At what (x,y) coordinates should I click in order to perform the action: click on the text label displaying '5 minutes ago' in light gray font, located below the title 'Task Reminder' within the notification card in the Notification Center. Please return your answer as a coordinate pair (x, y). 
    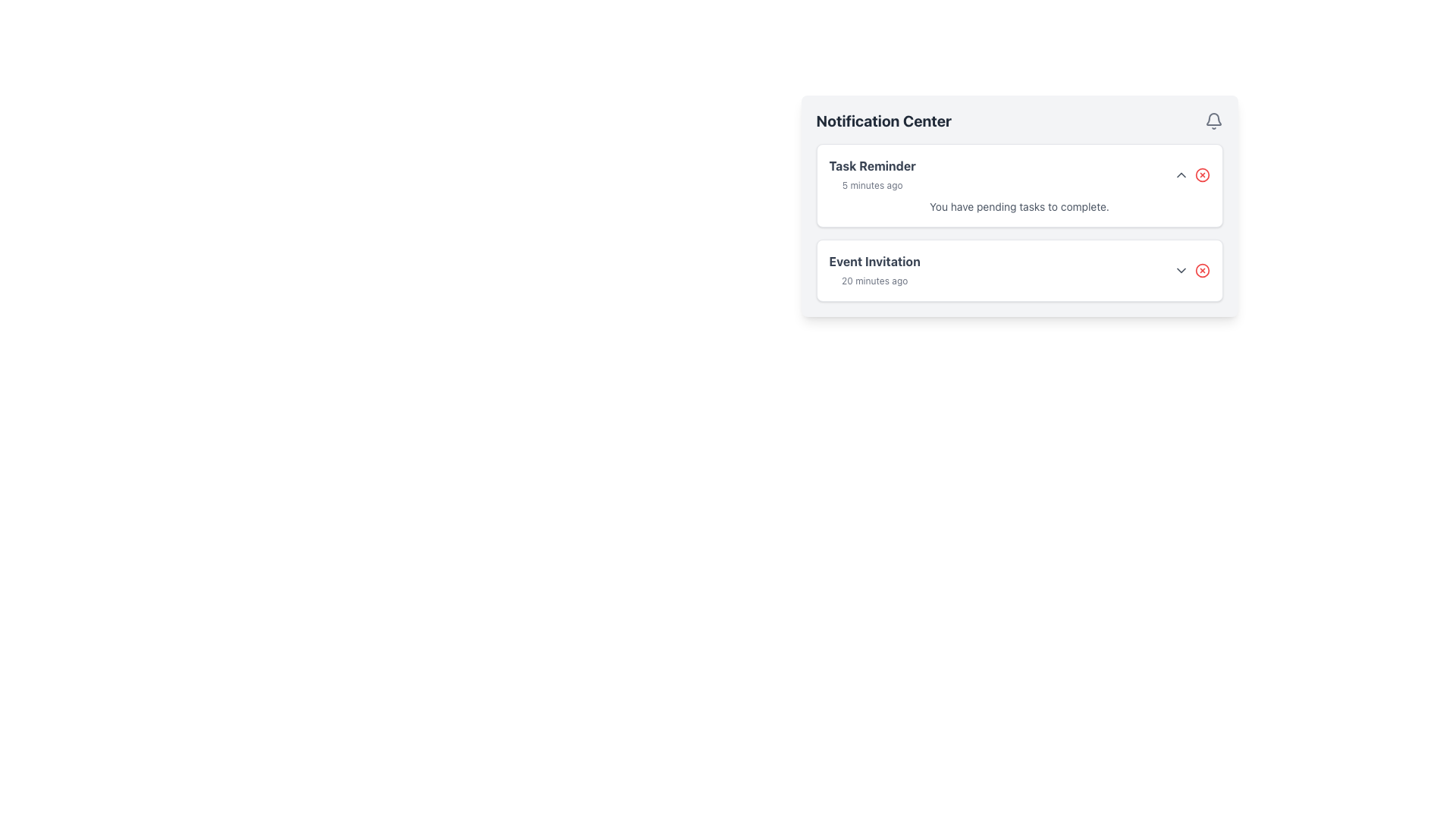
    Looking at the image, I should click on (872, 184).